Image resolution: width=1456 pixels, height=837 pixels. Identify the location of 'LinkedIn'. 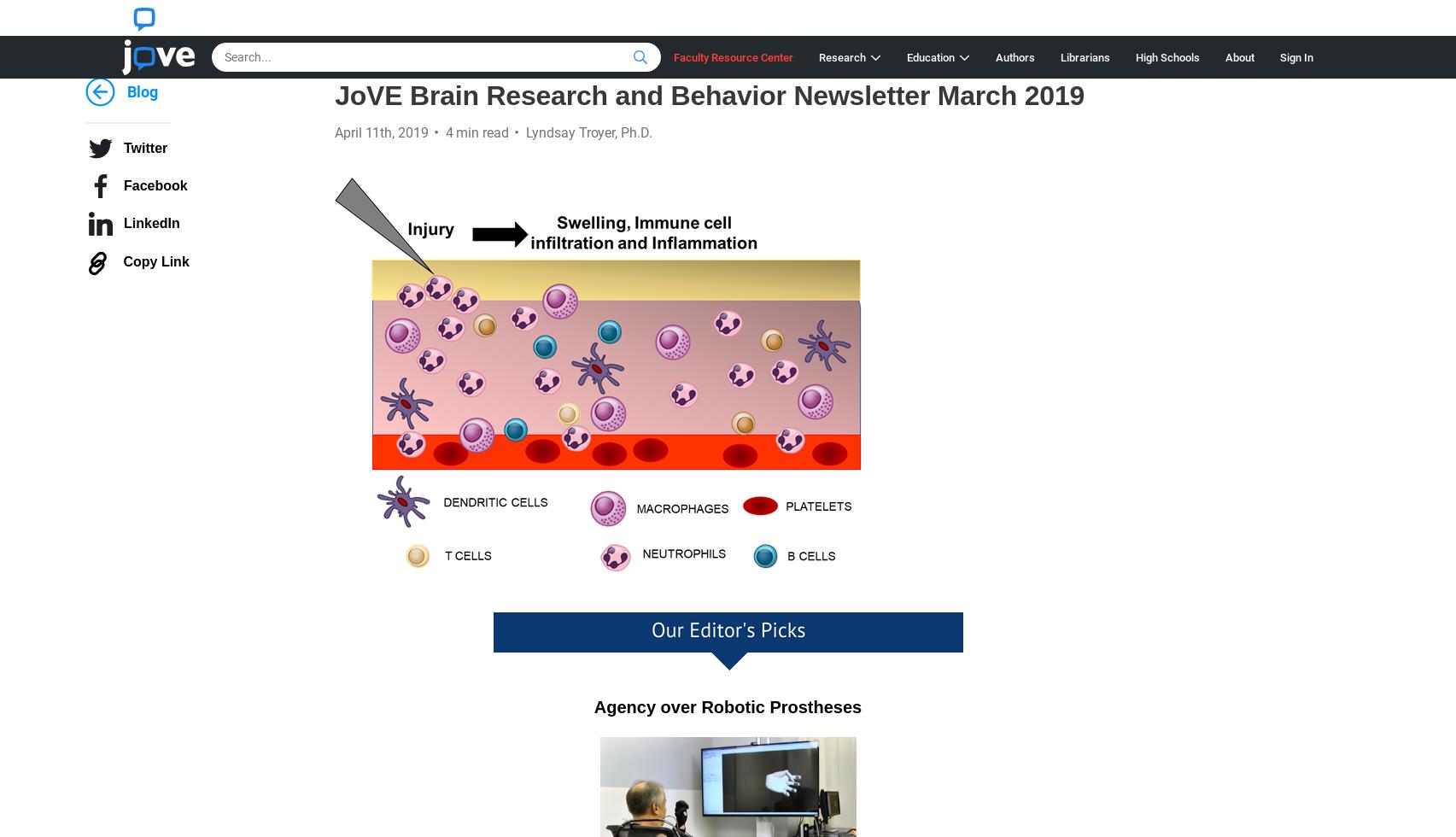
(151, 223).